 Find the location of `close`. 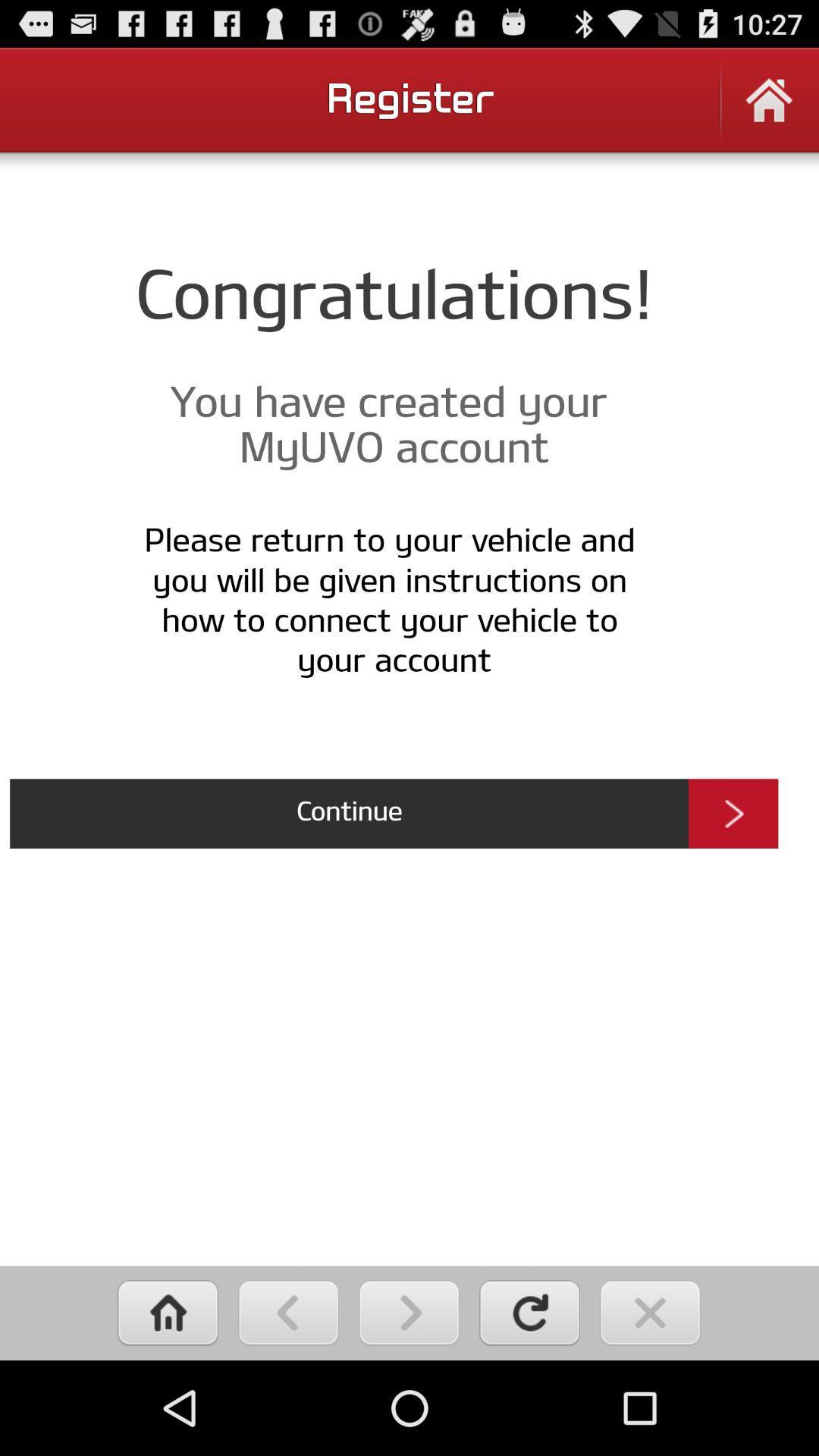

close is located at coordinates (649, 1312).